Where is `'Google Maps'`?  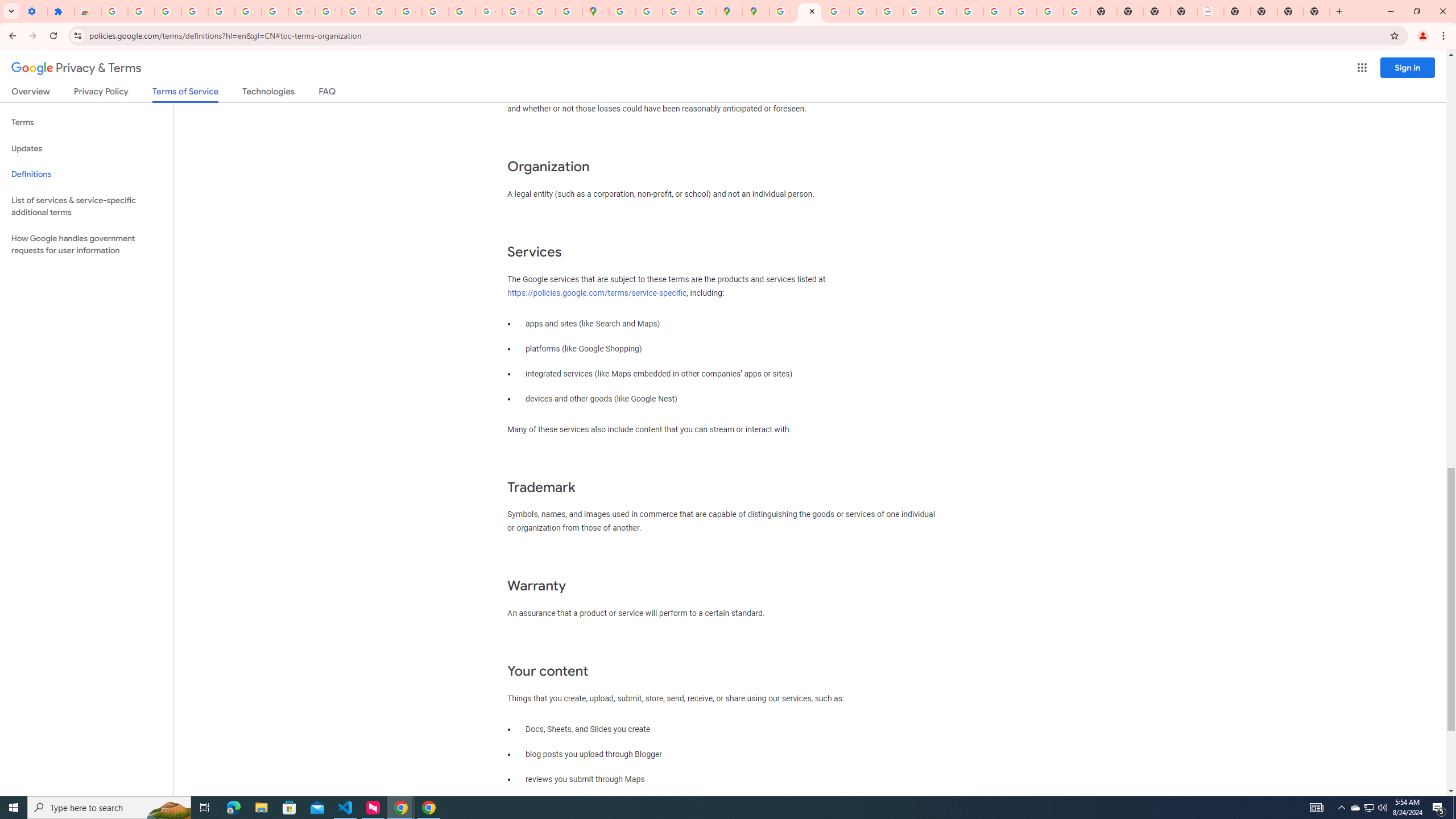
'Google Maps' is located at coordinates (595, 11).